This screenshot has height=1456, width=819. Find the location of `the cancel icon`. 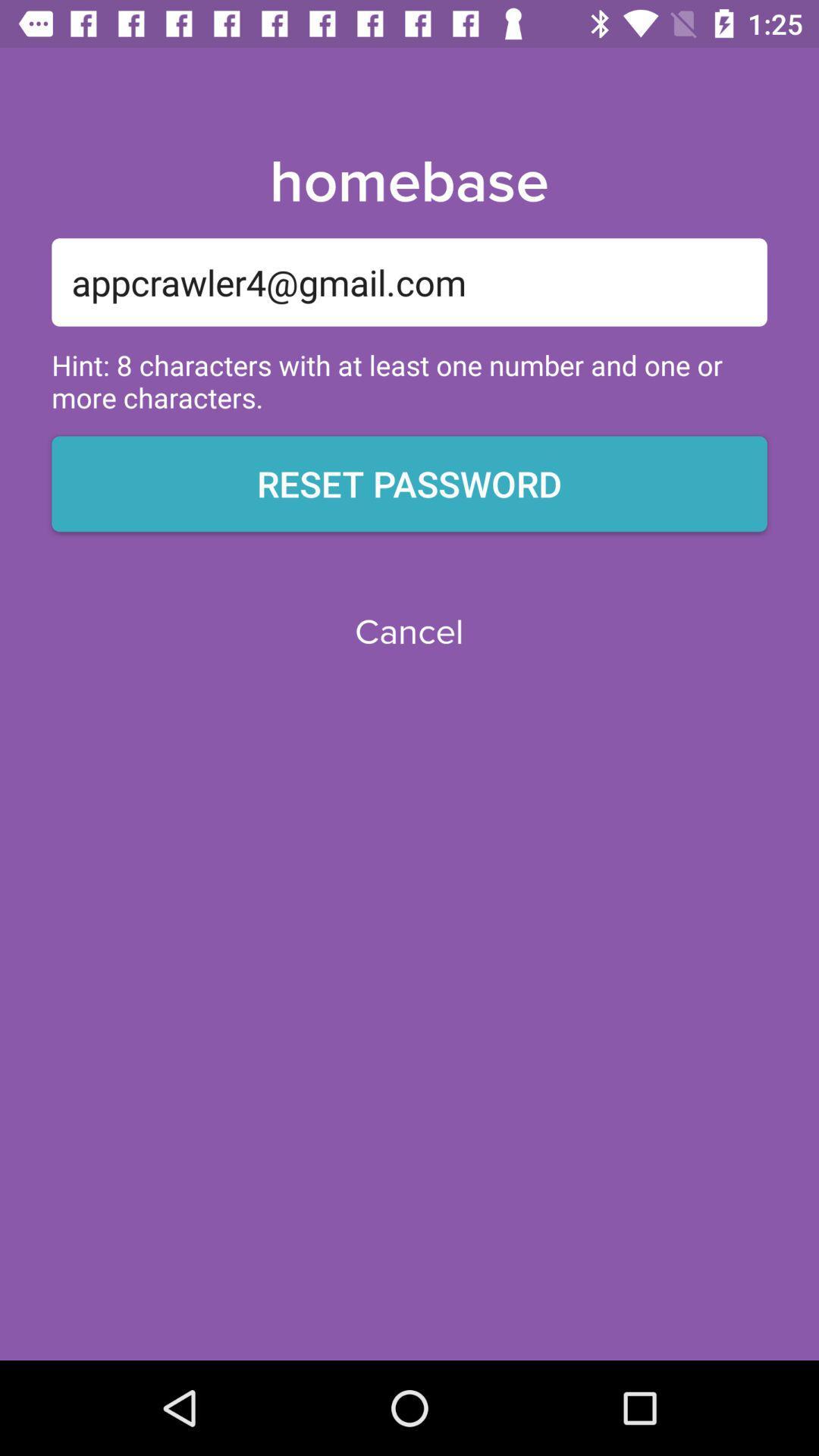

the cancel icon is located at coordinates (408, 632).